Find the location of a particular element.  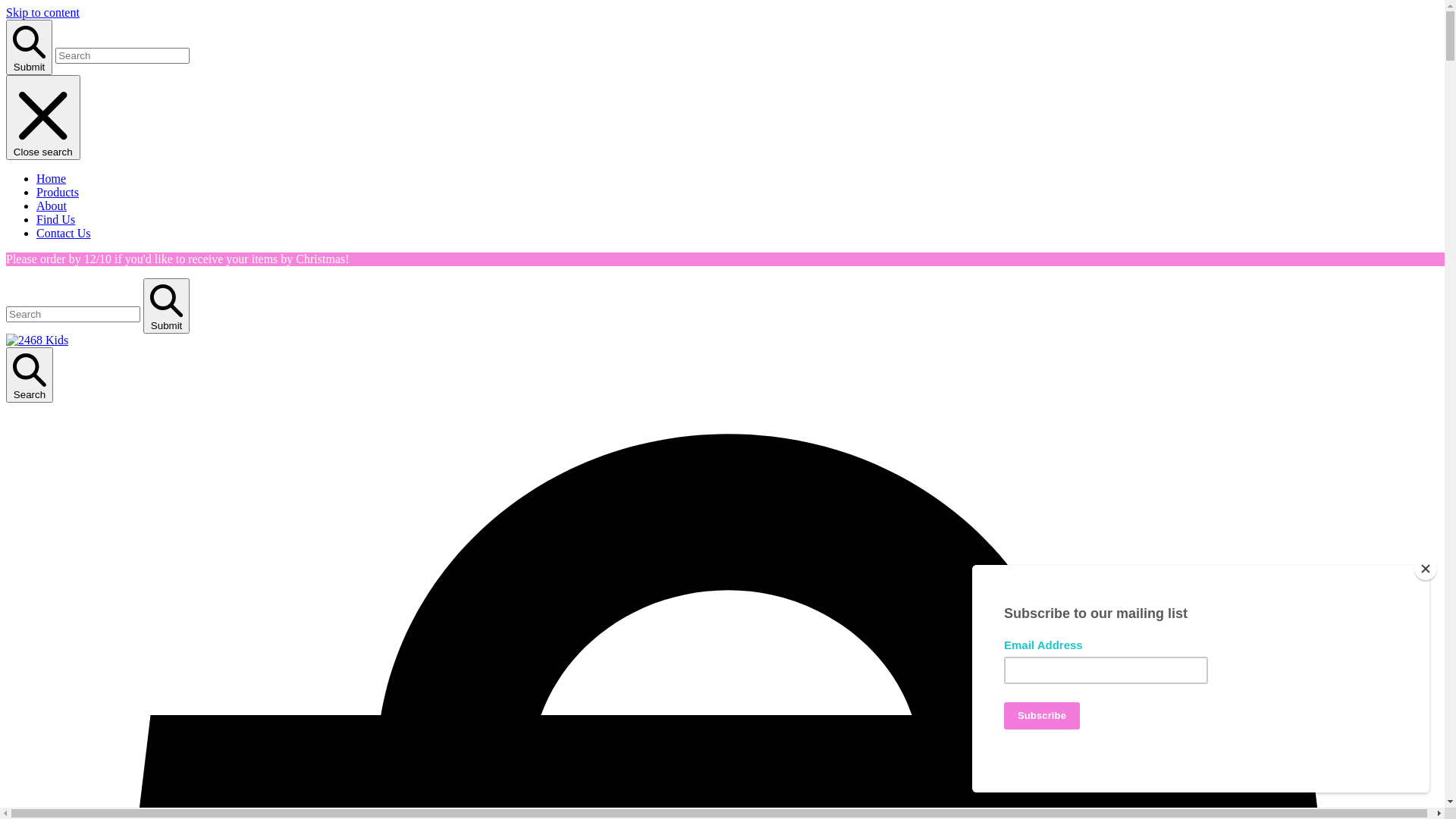

'Contact Us' is located at coordinates (62, 233).